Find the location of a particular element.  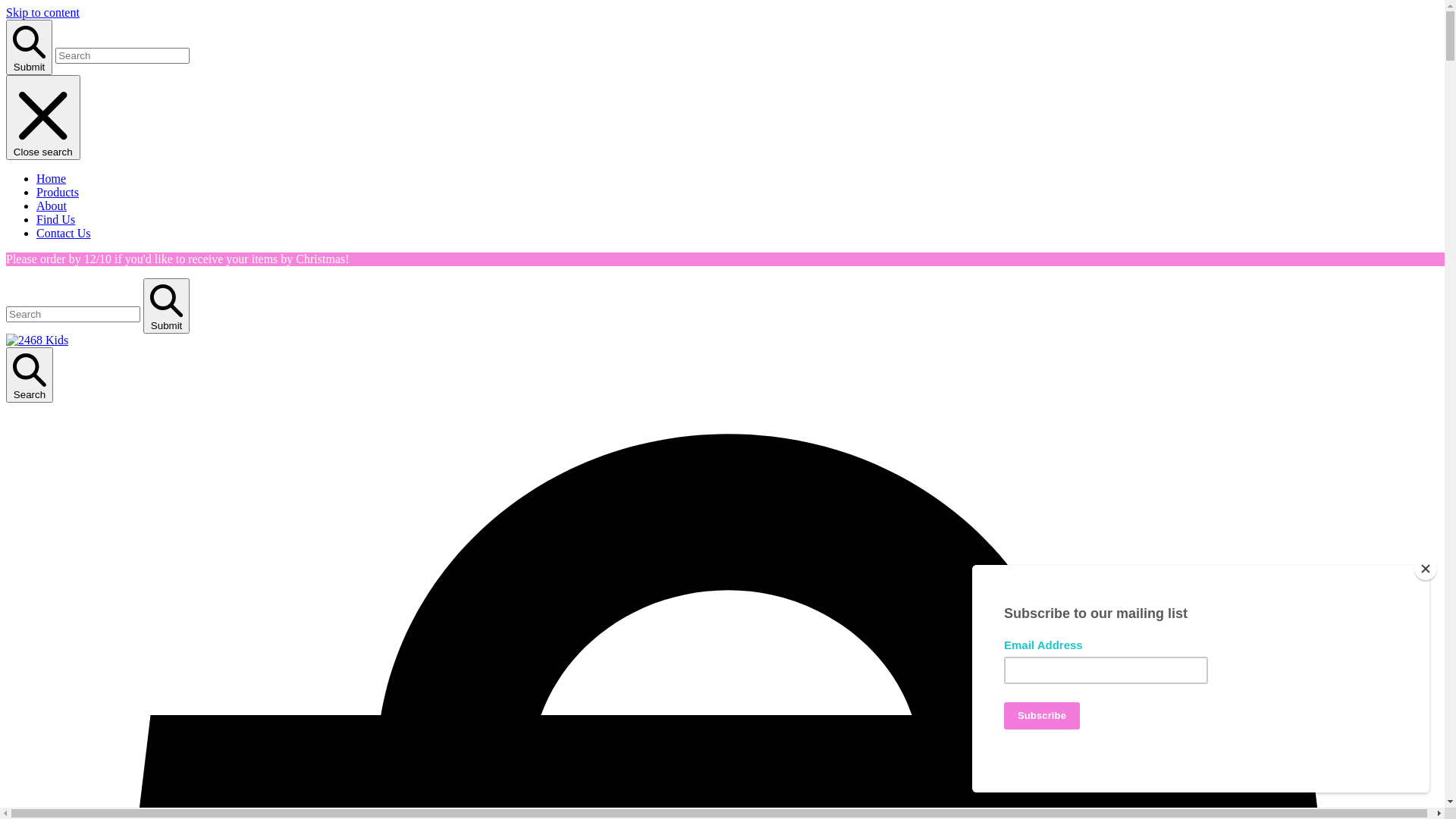

'Contact Us' is located at coordinates (62, 233).